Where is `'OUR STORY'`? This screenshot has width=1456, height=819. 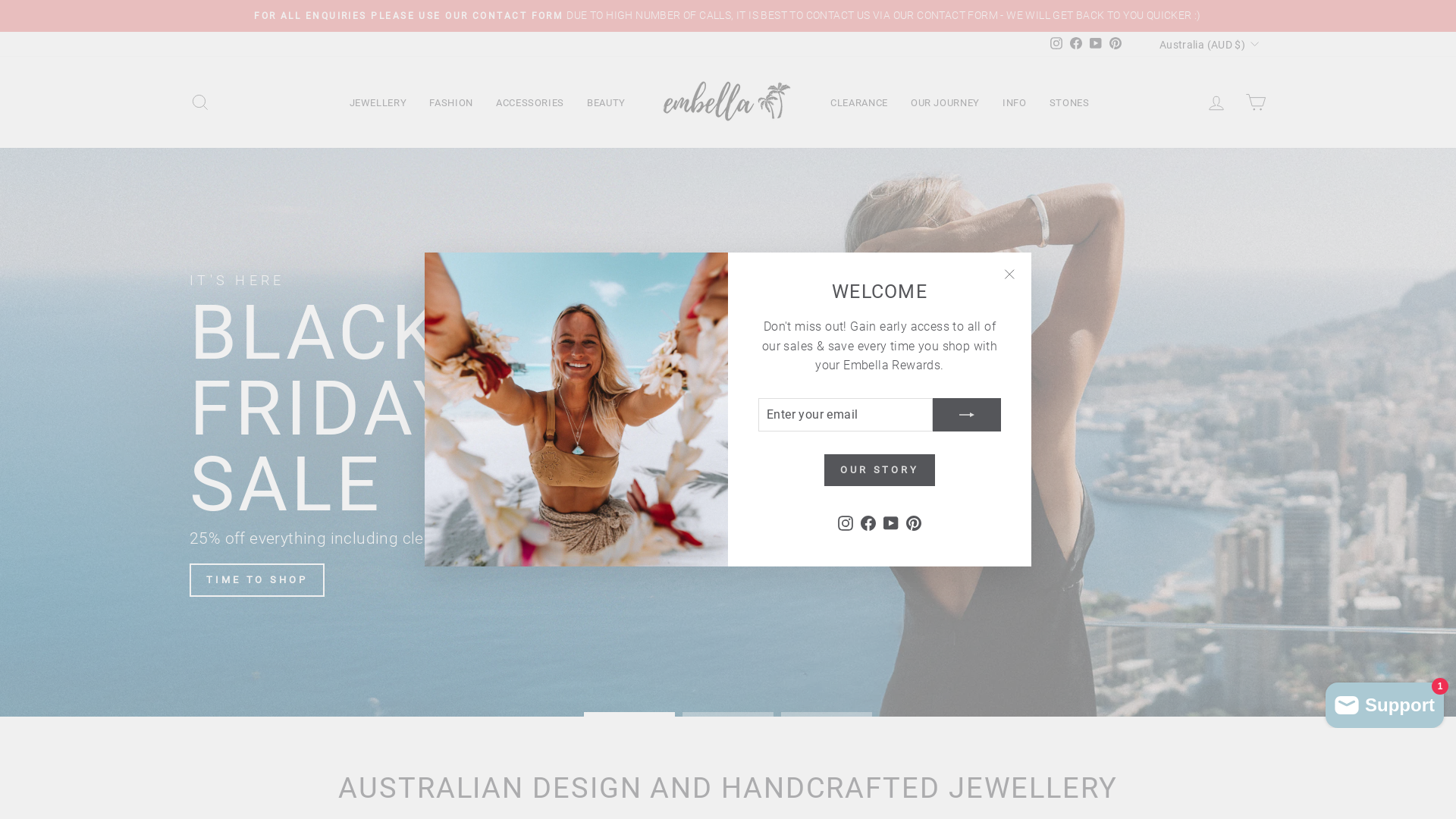
'OUR STORY' is located at coordinates (823, 469).